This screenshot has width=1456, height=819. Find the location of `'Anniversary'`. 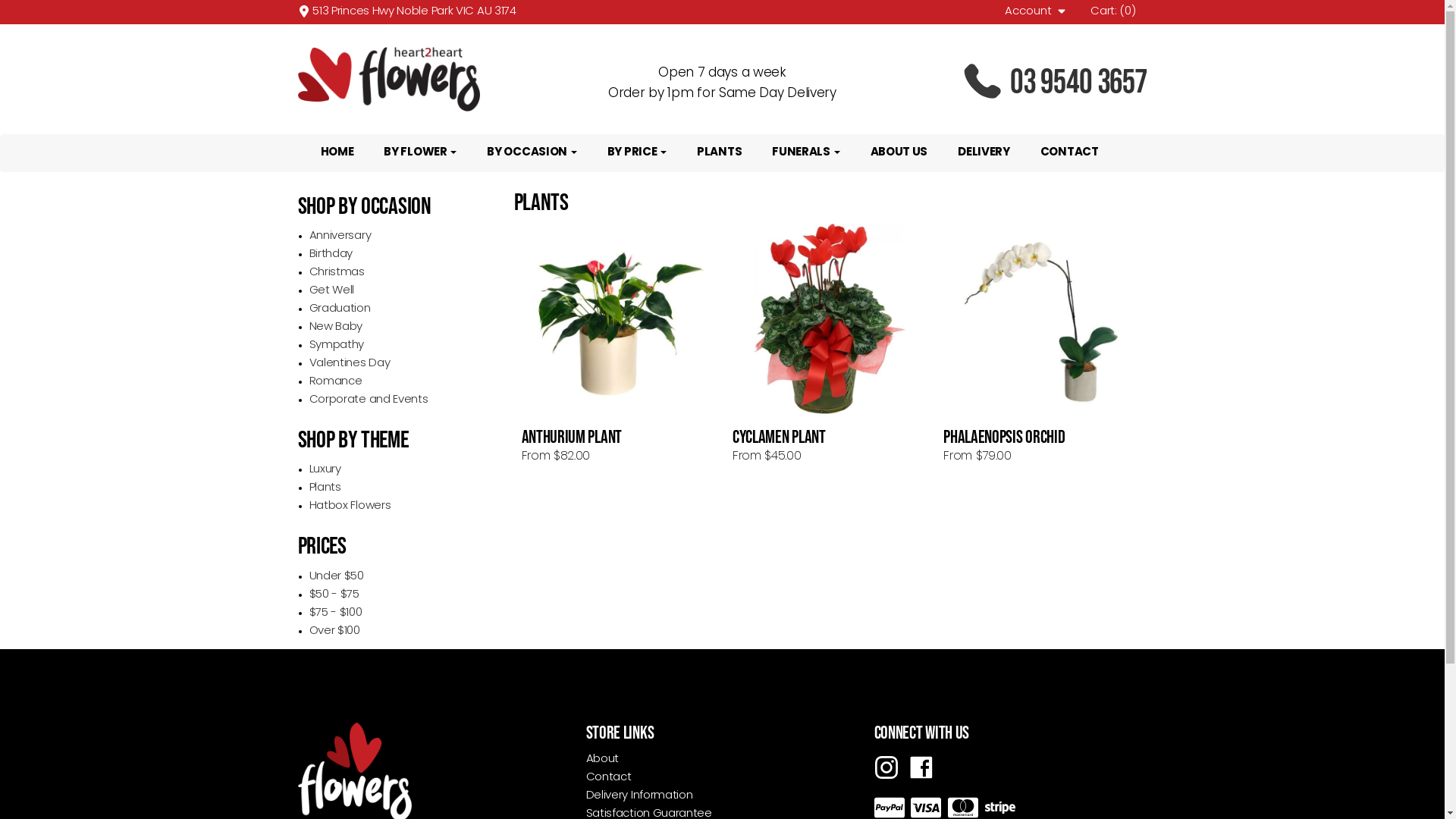

'Anniversary' is located at coordinates (340, 236).